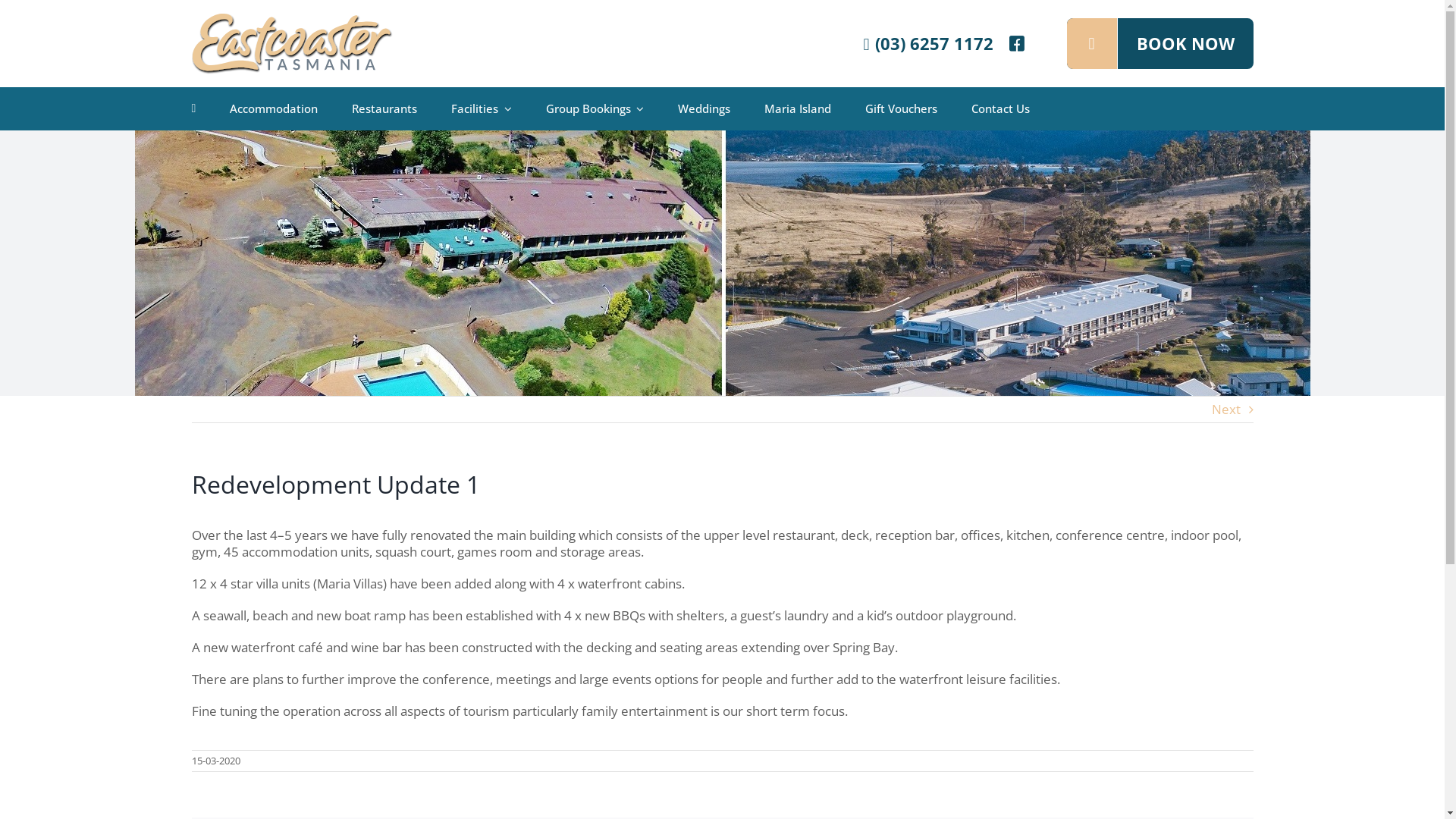 The width and height of the screenshot is (1456, 819). I want to click on '(03) 6257 1172', so click(927, 42).